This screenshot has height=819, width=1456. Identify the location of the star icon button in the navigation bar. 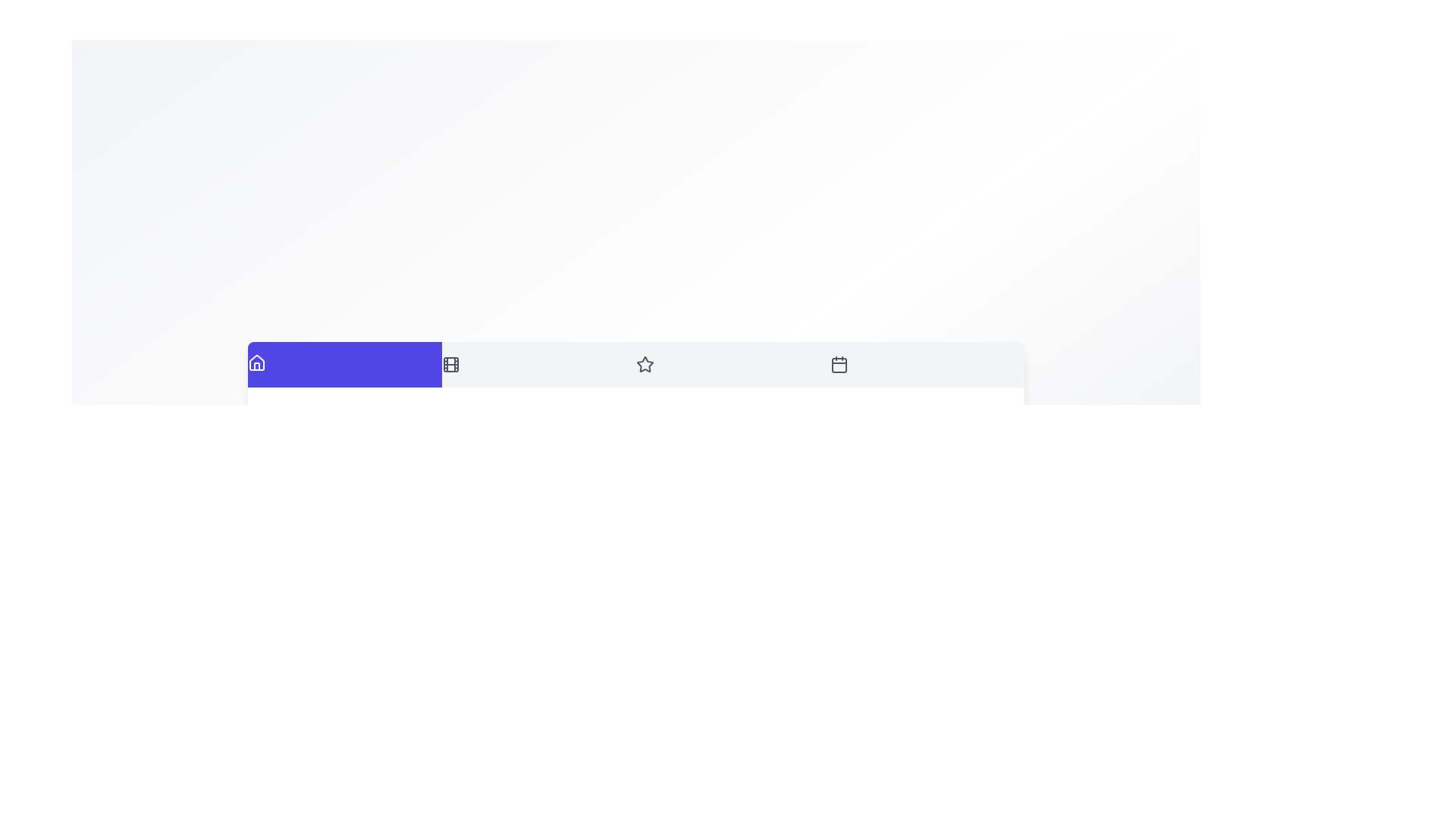
(645, 364).